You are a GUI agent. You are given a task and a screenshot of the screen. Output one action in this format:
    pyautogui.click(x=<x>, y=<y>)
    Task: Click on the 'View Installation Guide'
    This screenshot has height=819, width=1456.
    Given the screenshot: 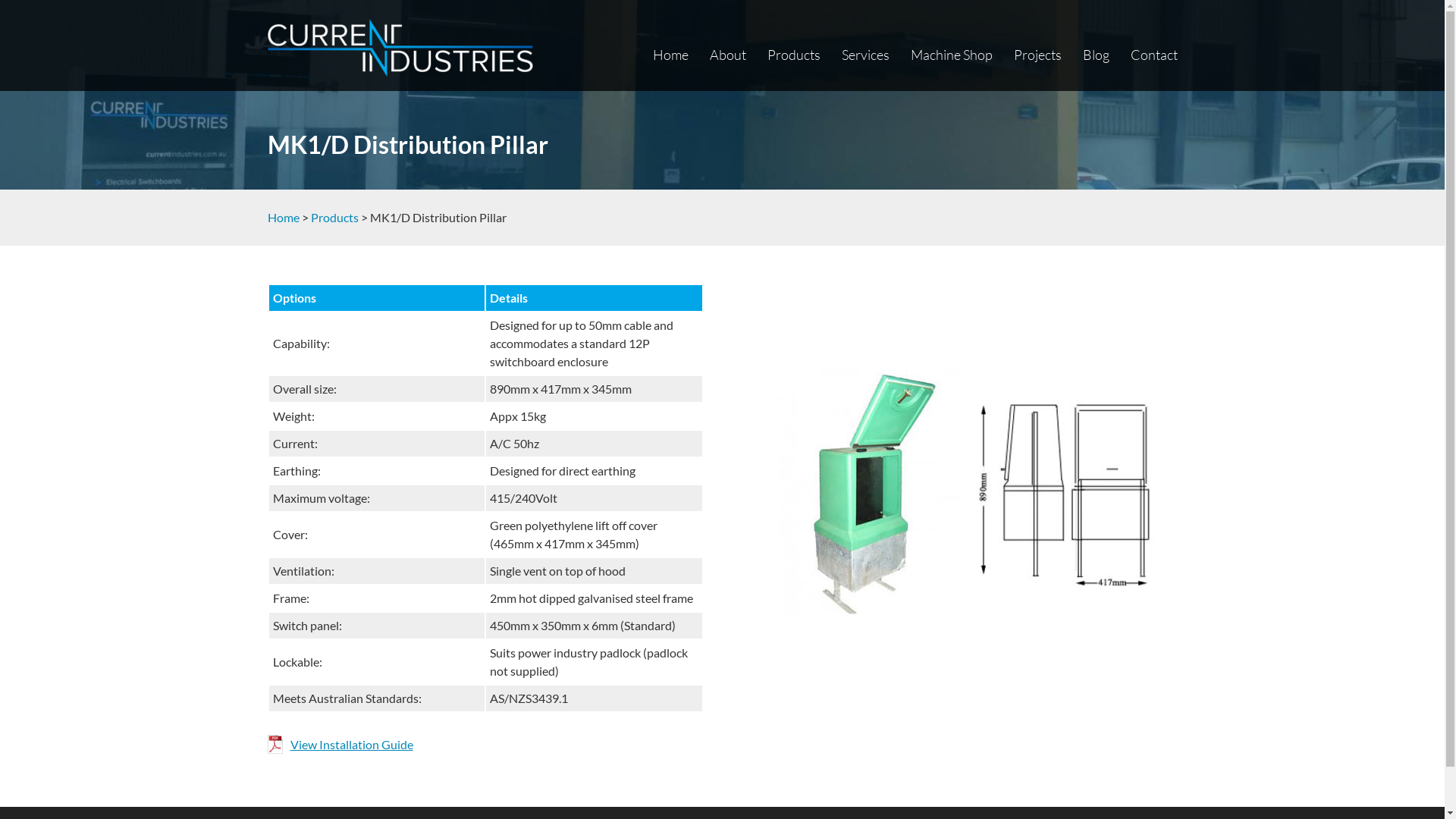 What is the action you would take?
    pyautogui.click(x=338, y=743)
    